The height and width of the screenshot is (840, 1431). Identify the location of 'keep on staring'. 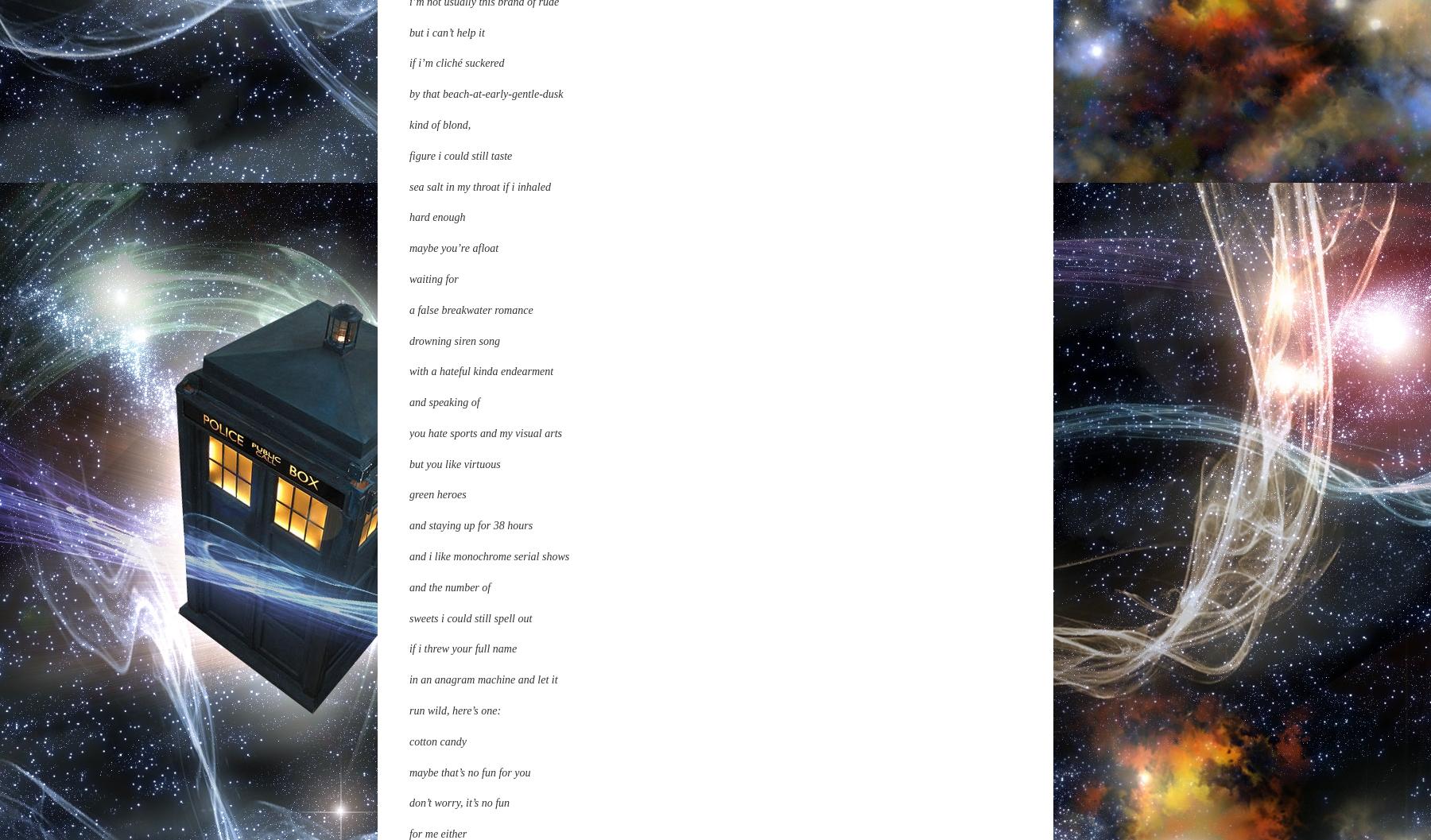
(442, 614).